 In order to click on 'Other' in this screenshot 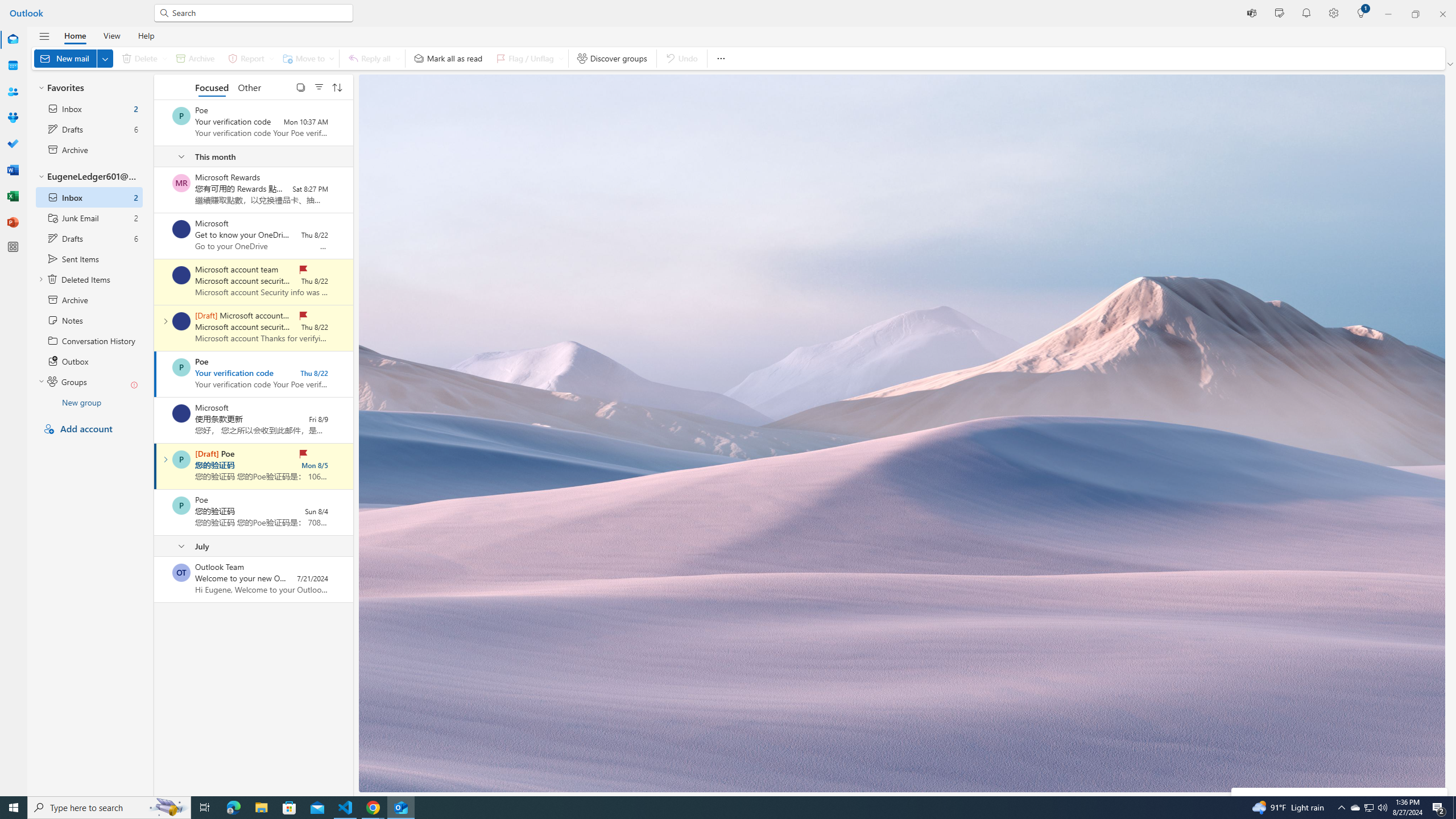, I will do `click(248, 87)`.